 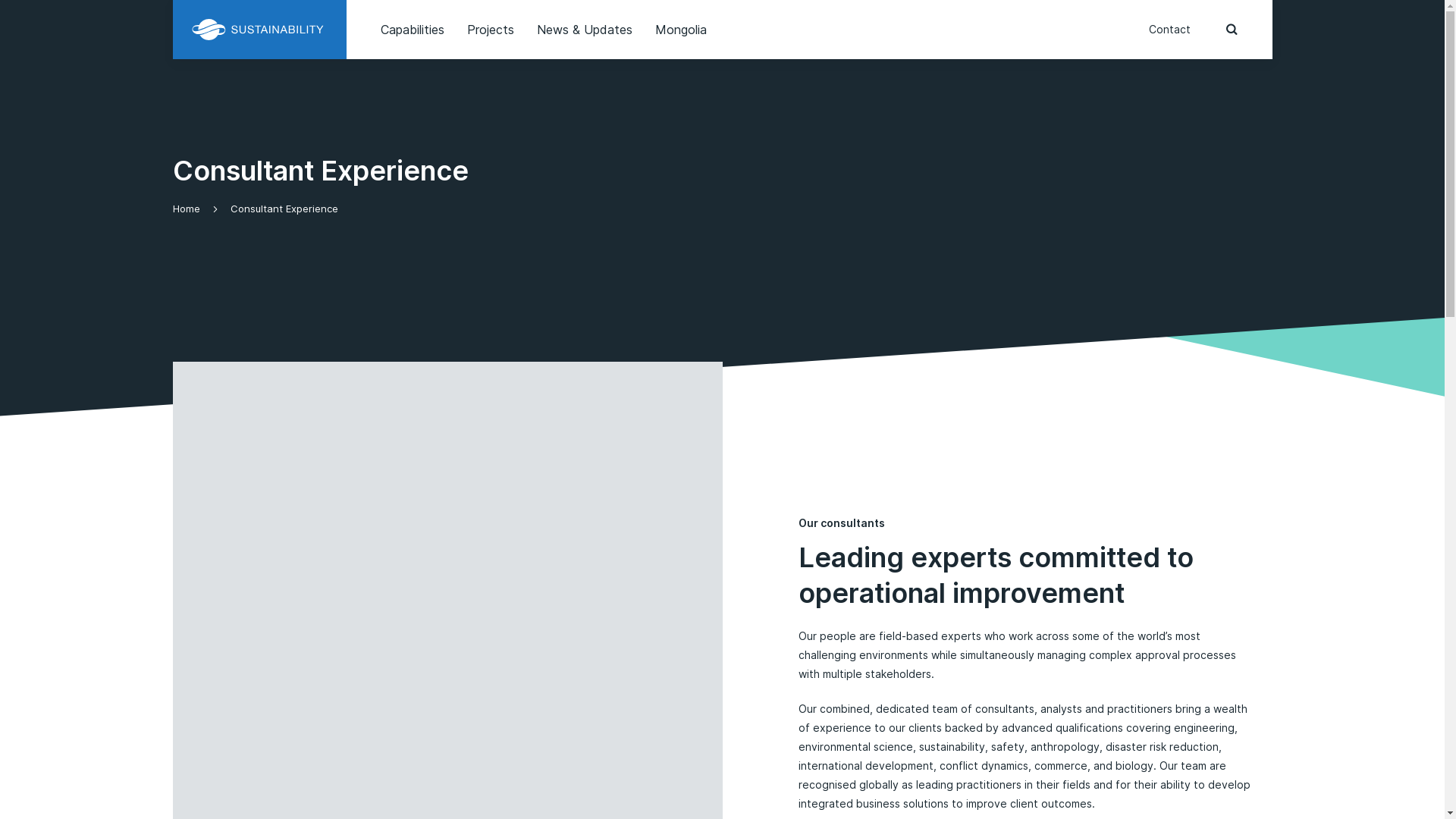 What do you see at coordinates (584, 30) in the screenshot?
I see `'News & Updates'` at bounding box center [584, 30].